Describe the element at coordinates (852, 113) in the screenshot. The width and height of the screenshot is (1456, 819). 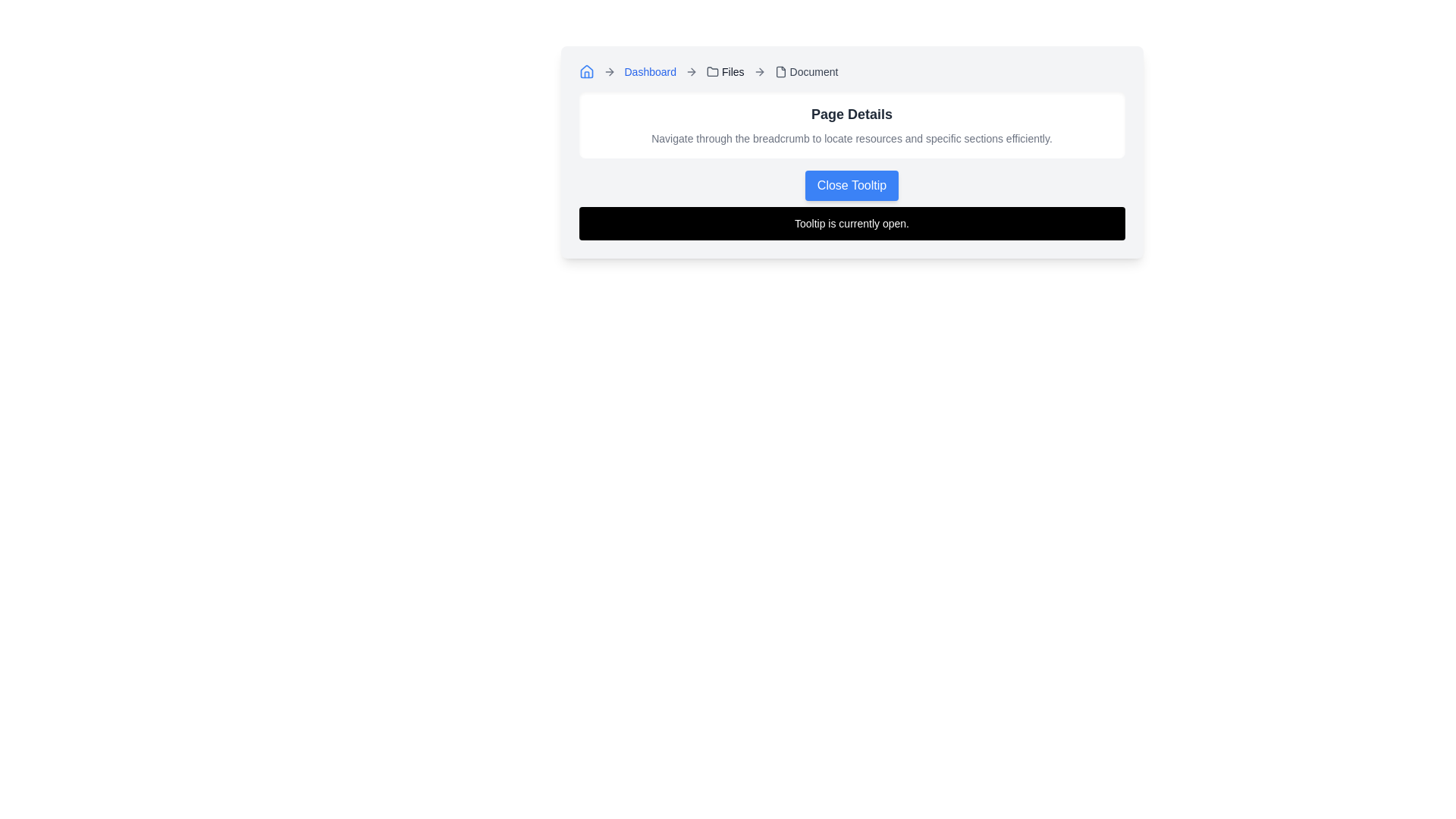
I see `the static text heading that reads 'Page Details', which is bold and large in dark gray, styled with a serif font, positioned as a header above subtext` at that location.